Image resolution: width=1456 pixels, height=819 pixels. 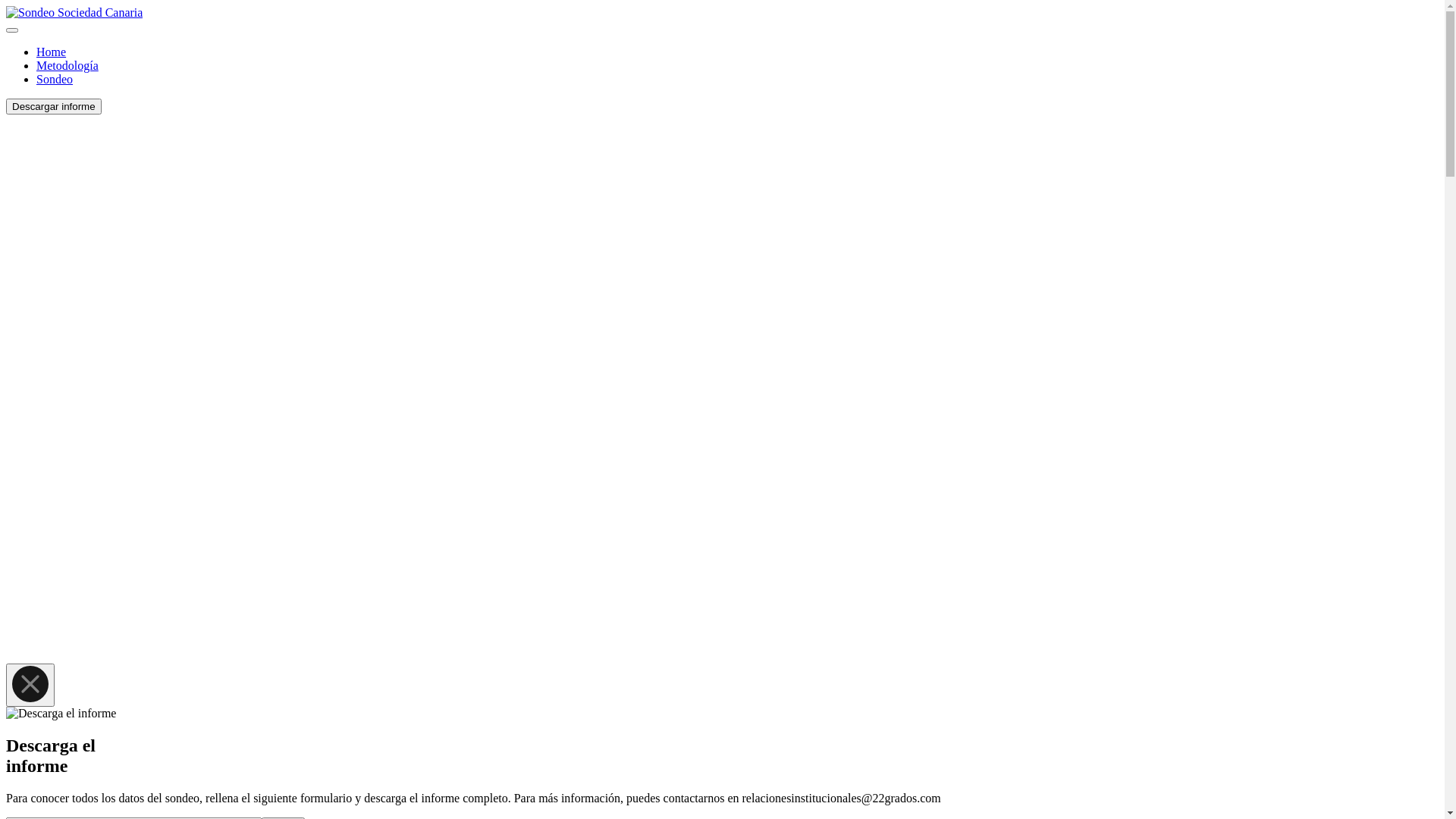 What do you see at coordinates (55, 79) in the screenshot?
I see `'Sondeo'` at bounding box center [55, 79].